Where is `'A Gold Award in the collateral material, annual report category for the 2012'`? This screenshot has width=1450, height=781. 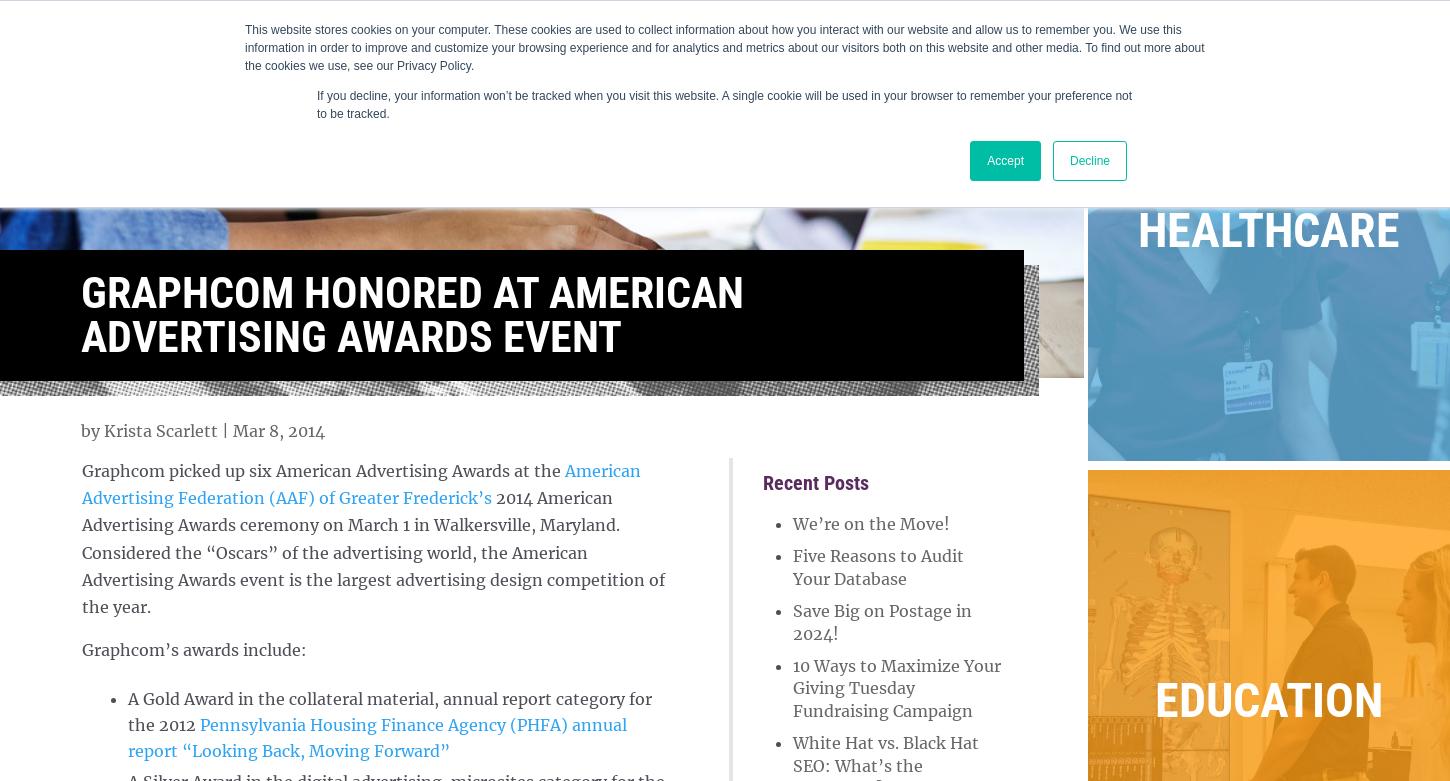 'A Gold Award in the collateral material, annual report category for the 2012' is located at coordinates (126, 710).